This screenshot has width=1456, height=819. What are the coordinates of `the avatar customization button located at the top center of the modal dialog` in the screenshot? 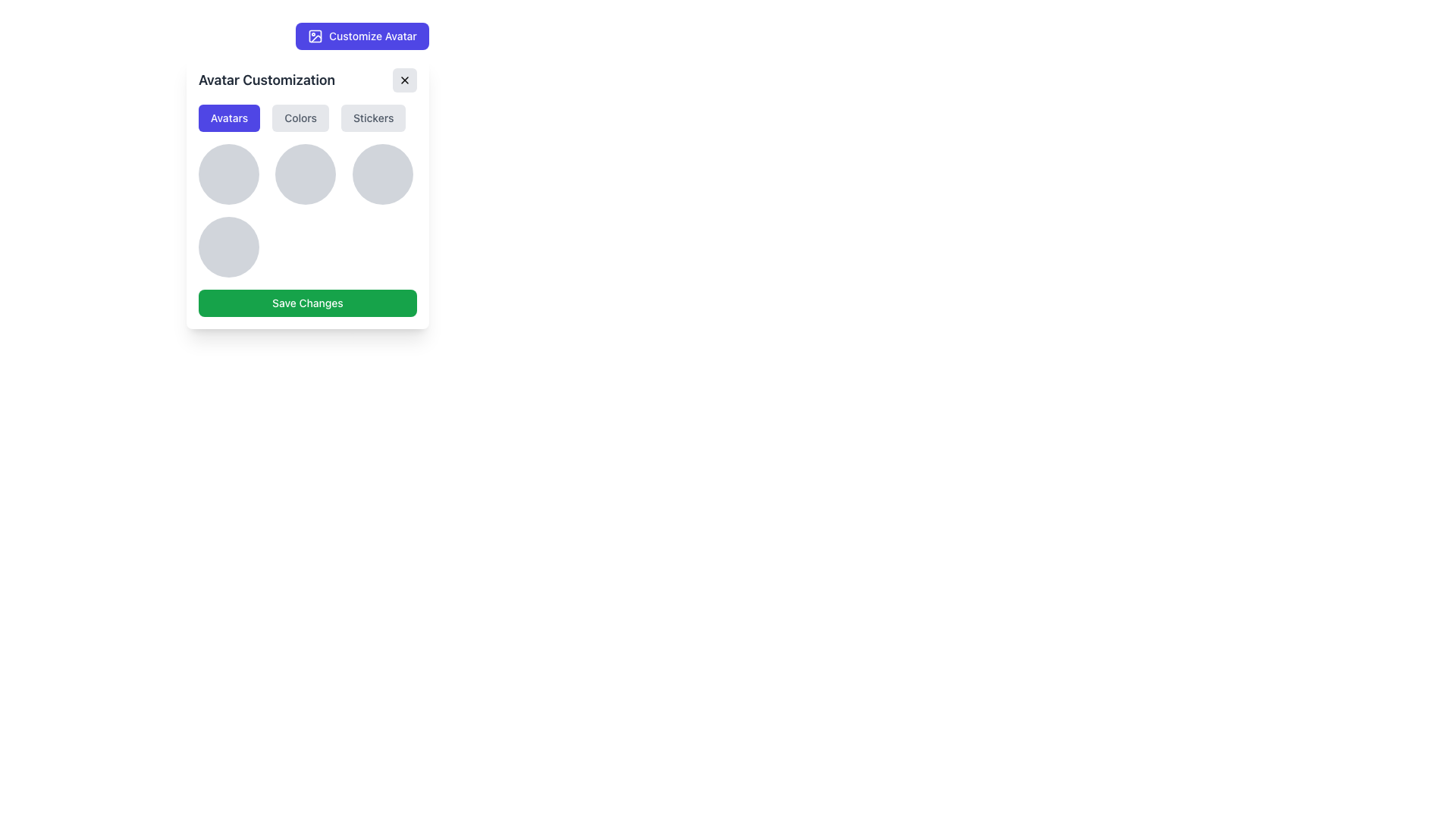 It's located at (362, 35).